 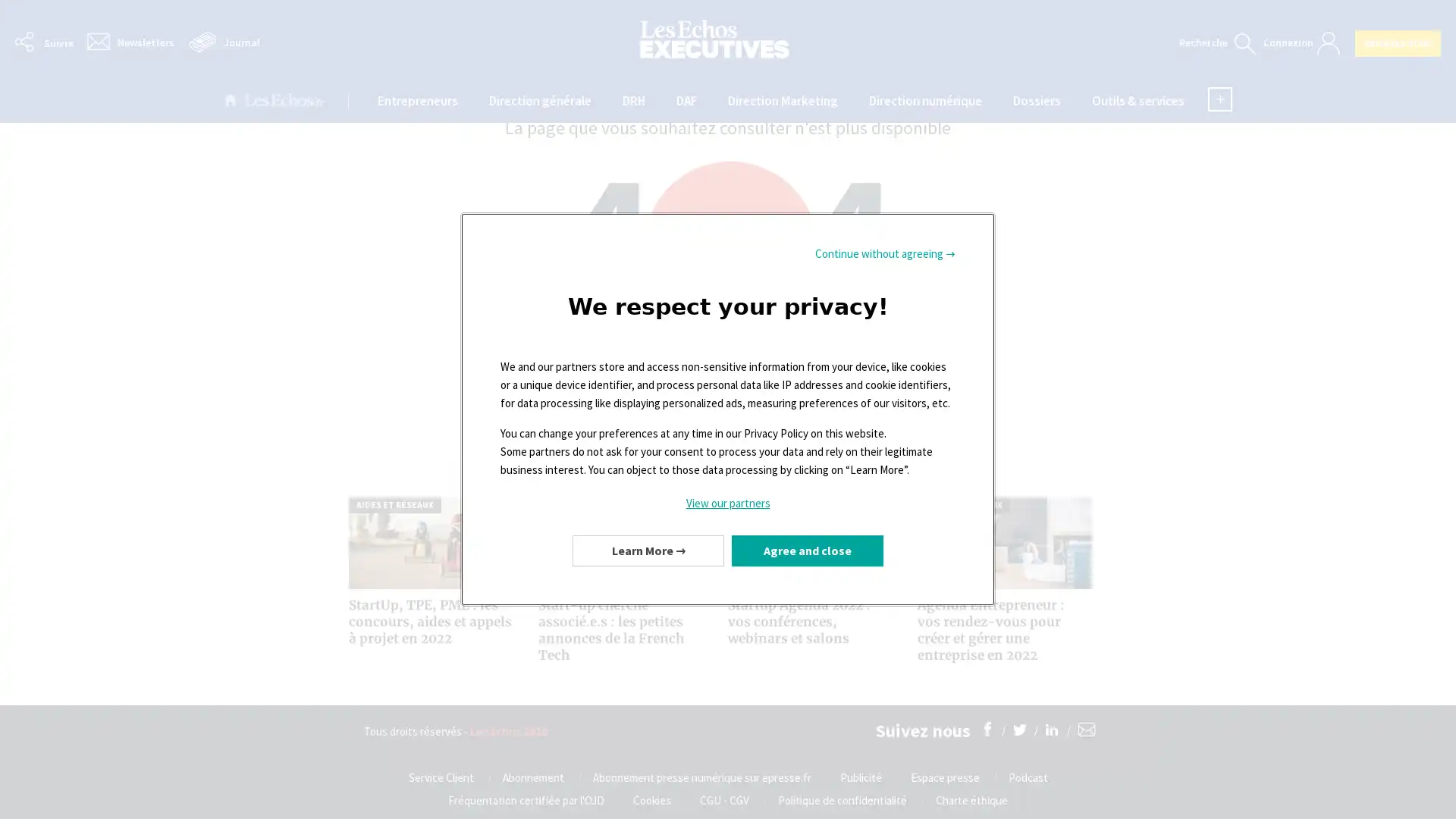 I want to click on View our partners, so click(x=728, y=503).